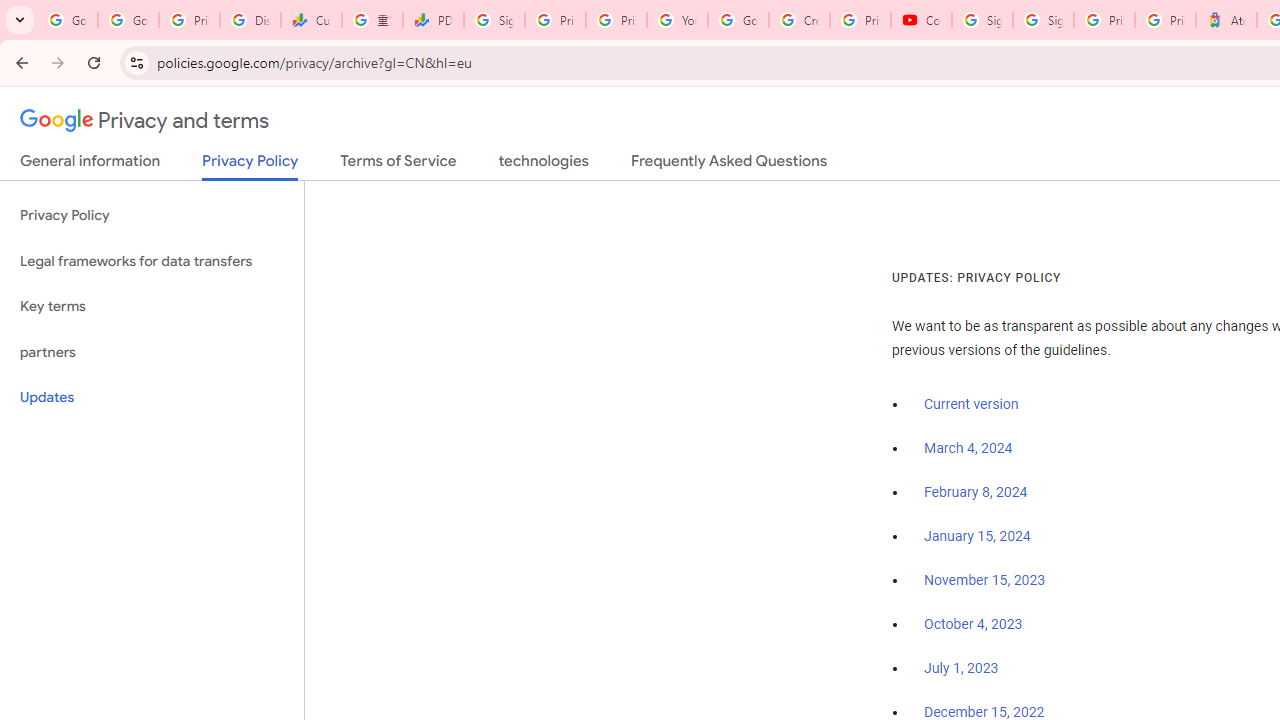 Image resolution: width=1280 pixels, height=720 pixels. I want to click on 'YouTube', so click(677, 20).